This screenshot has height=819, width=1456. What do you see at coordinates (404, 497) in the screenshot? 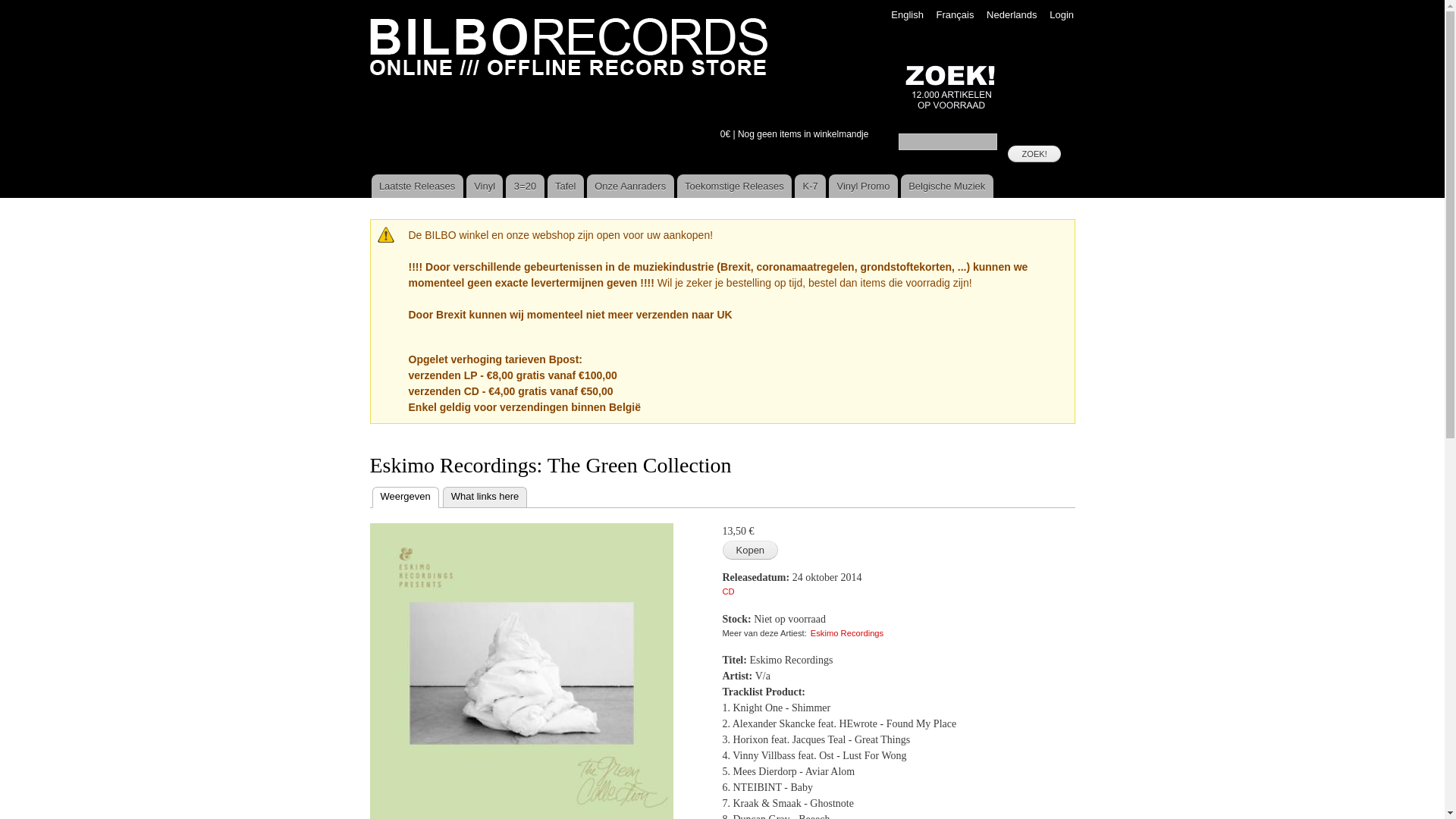
I see `'Weergeven` at bounding box center [404, 497].